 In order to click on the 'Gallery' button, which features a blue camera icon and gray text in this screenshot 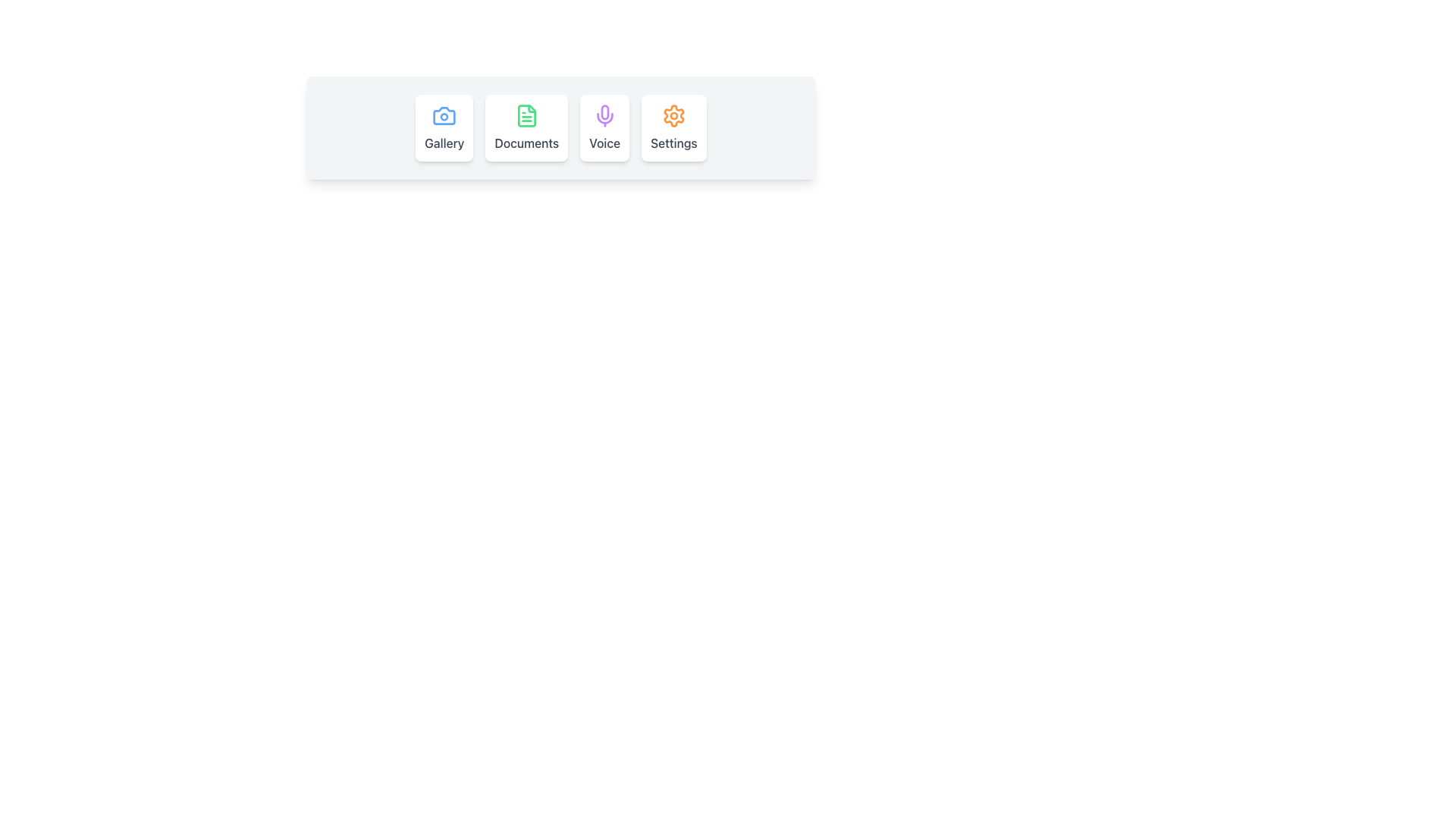, I will do `click(444, 127)`.